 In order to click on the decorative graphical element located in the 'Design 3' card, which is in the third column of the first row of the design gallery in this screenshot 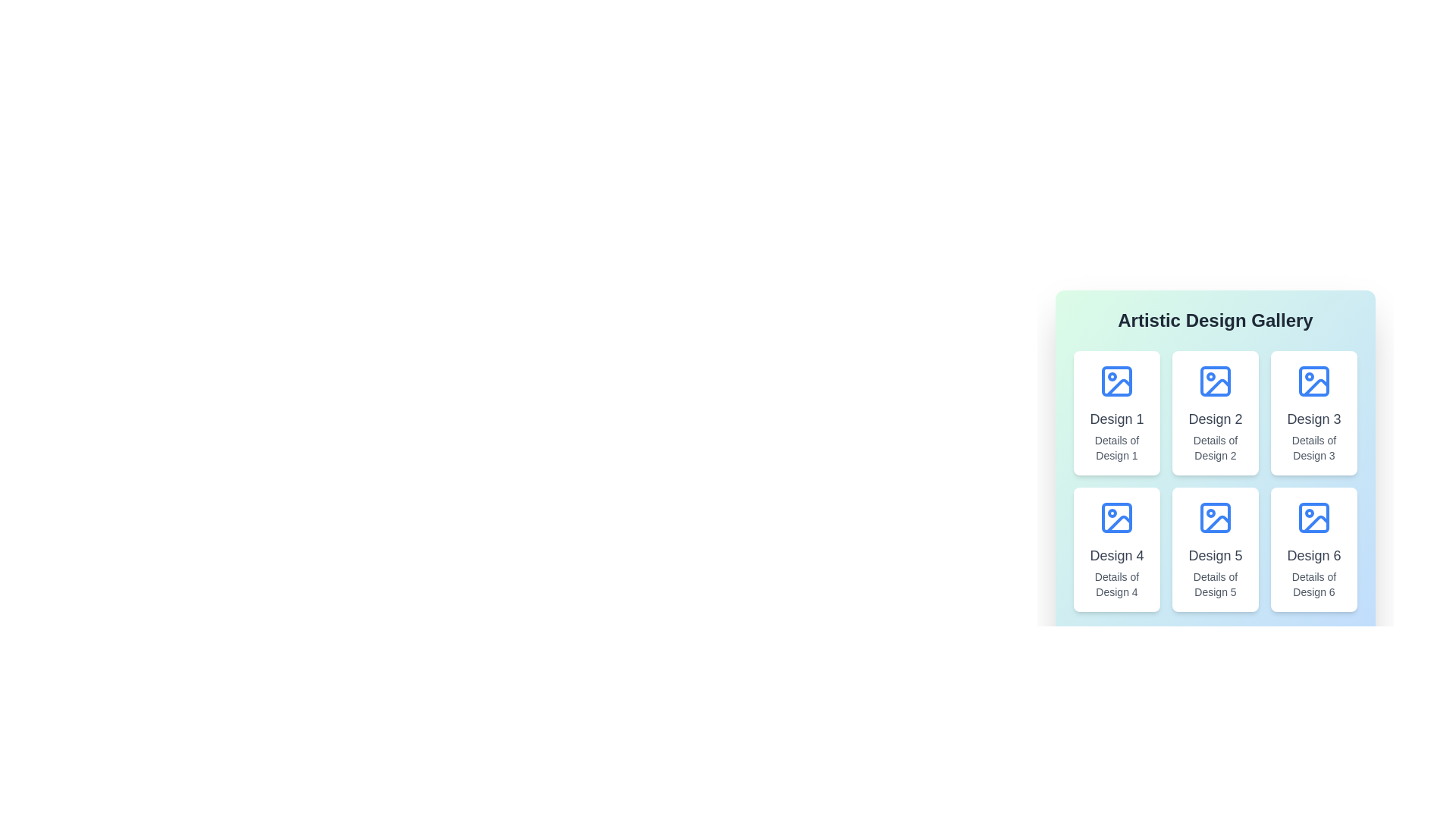, I will do `click(1313, 380)`.